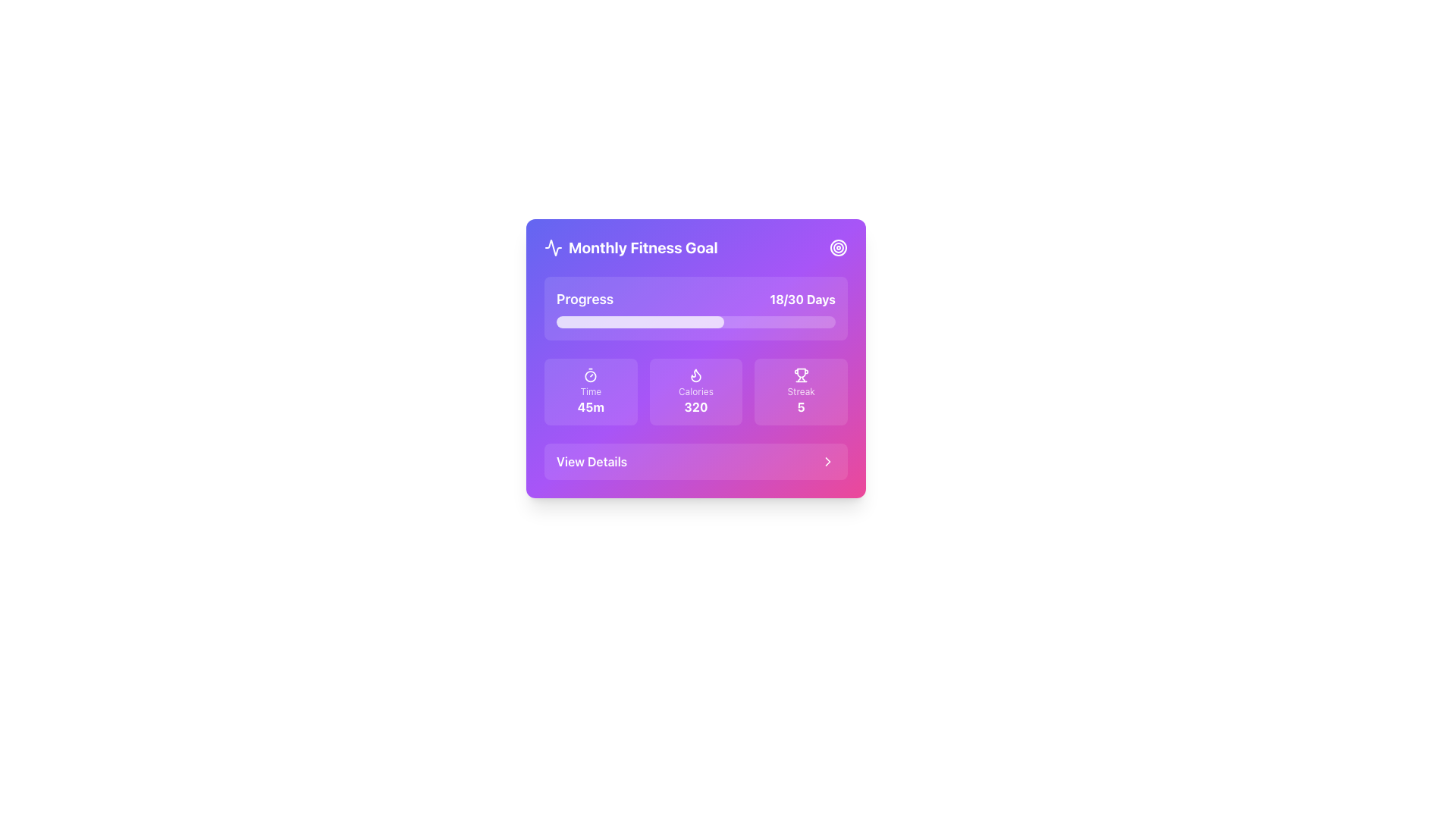 This screenshot has width=1456, height=819. What do you see at coordinates (643, 247) in the screenshot?
I see `the fitness tracking title text label located near the top-left area of the card interface, which is aligned in the central row among its siblings and situated to the right of an activity graph icon` at bounding box center [643, 247].